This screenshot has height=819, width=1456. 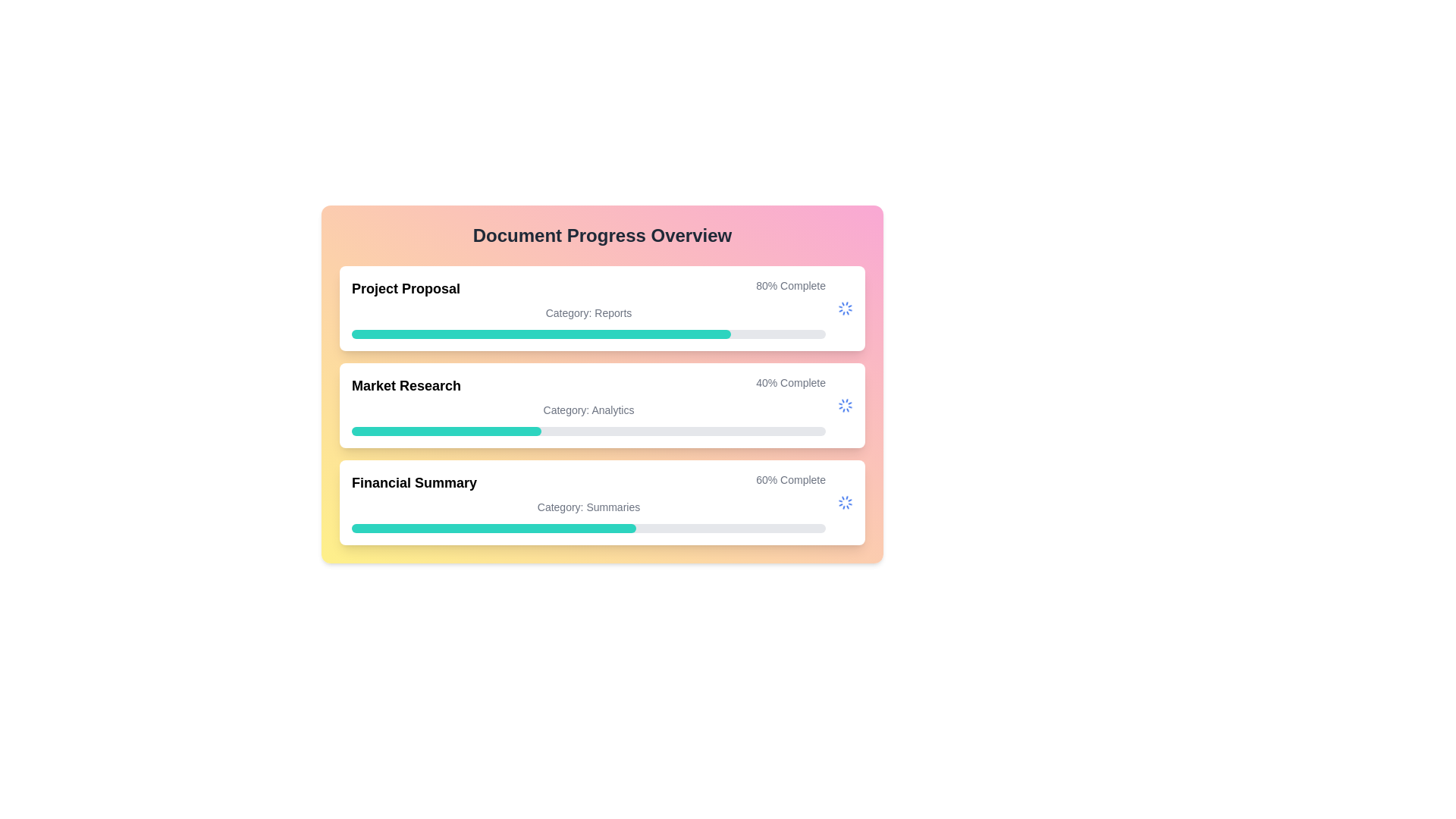 I want to click on text label 'Financial Summary' which serves as the title for the associated section, so click(x=414, y=482).